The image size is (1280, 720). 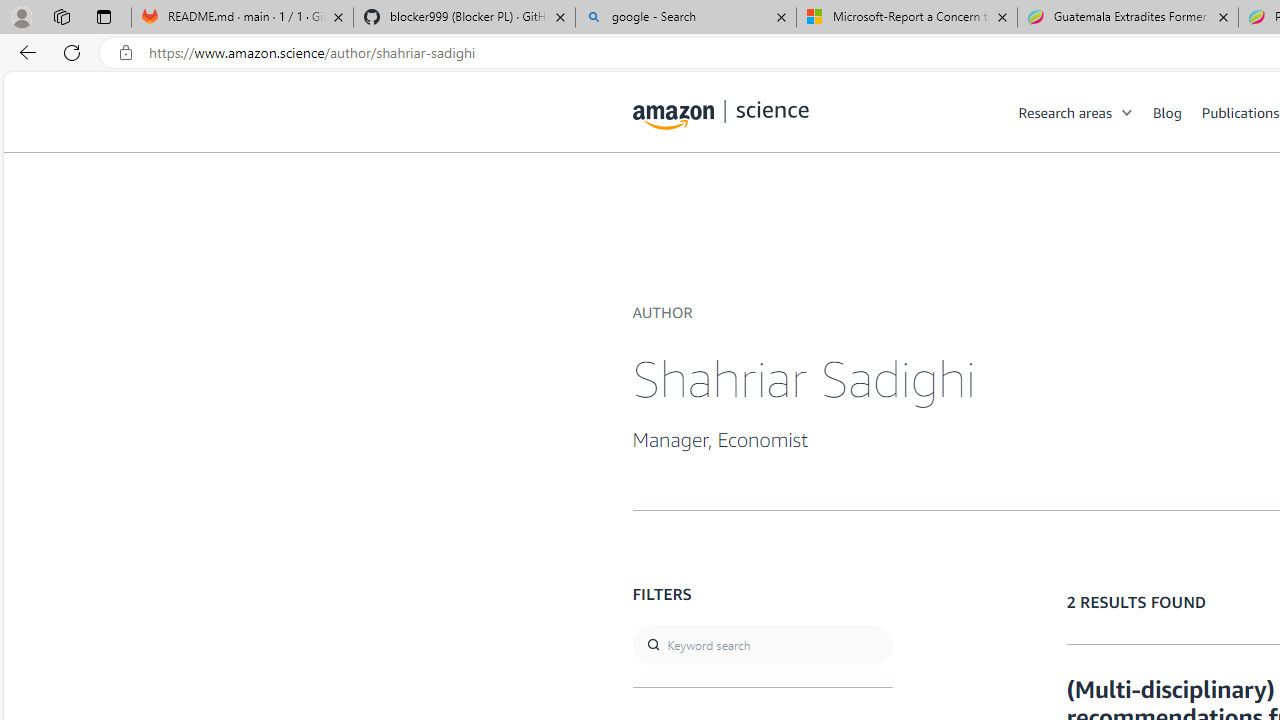 I want to click on 'Research areas', so click(x=1064, y=111).